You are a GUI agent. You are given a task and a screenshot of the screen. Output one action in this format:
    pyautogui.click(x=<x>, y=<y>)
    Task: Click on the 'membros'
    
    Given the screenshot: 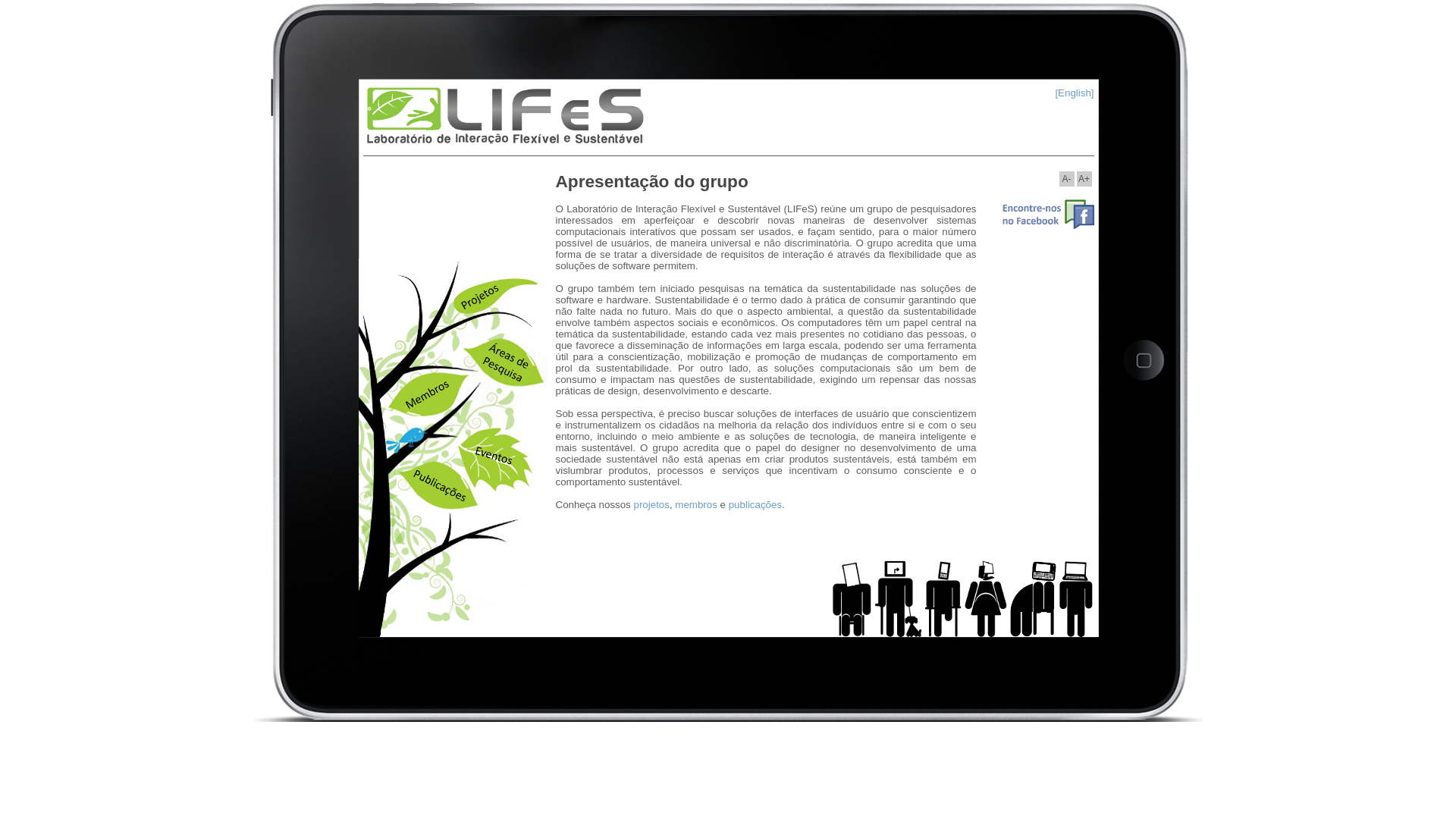 What is the action you would take?
    pyautogui.click(x=695, y=504)
    